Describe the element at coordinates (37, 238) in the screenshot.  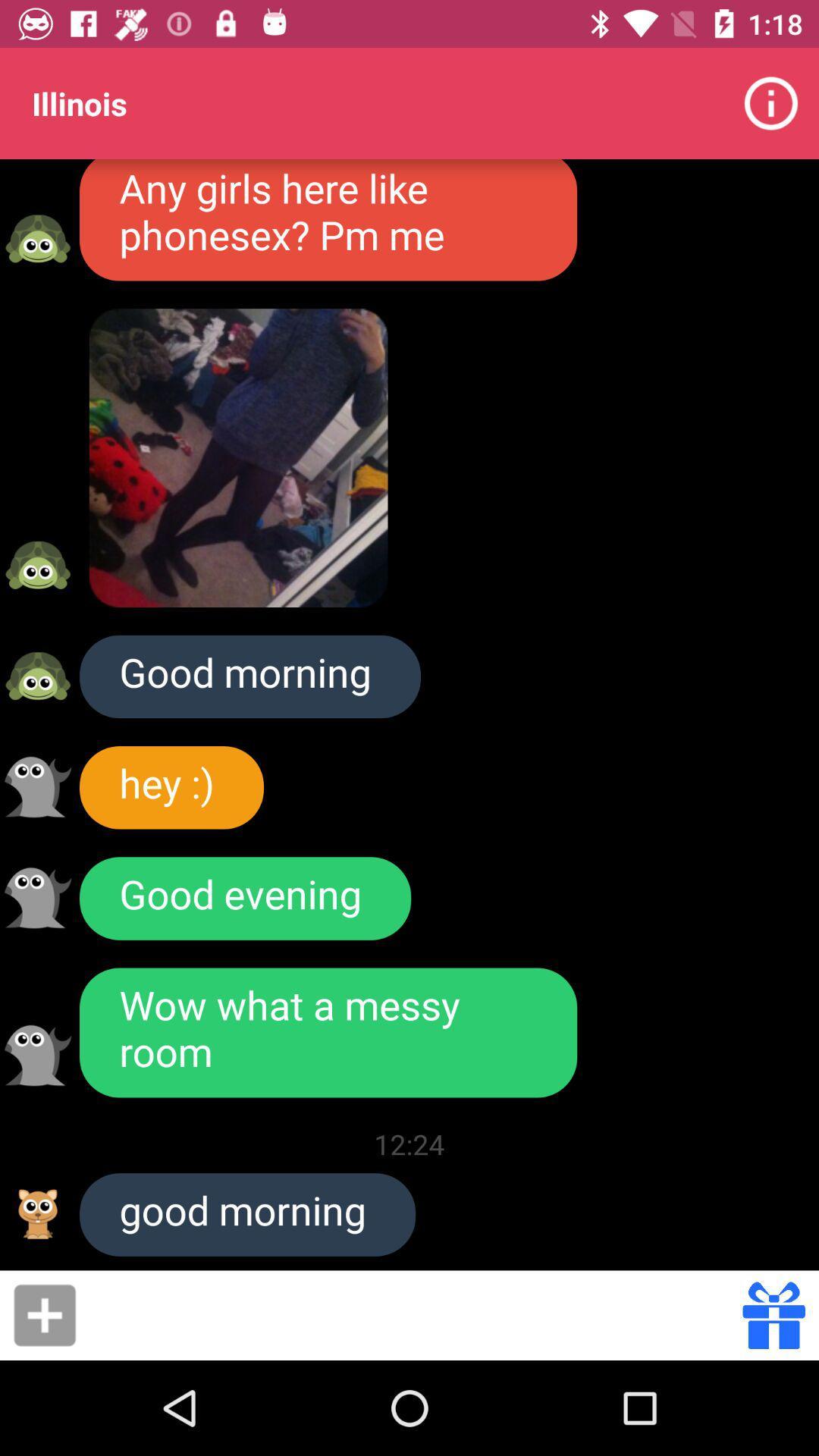
I see `female emoji` at that location.